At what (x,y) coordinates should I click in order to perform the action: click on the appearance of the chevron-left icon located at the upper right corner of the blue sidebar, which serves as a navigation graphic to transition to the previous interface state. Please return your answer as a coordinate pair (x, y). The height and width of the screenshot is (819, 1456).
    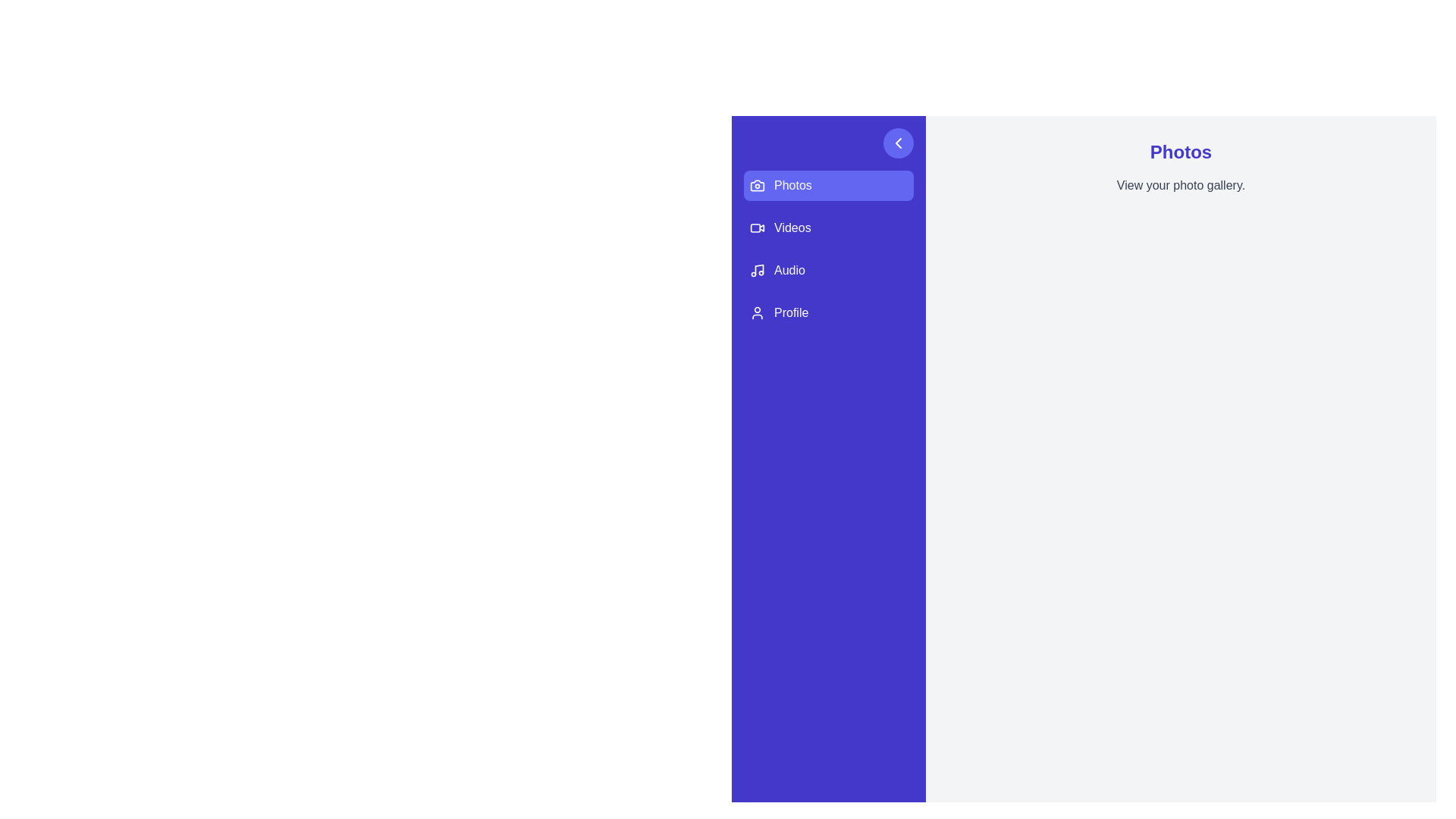
    Looking at the image, I should click on (899, 143).